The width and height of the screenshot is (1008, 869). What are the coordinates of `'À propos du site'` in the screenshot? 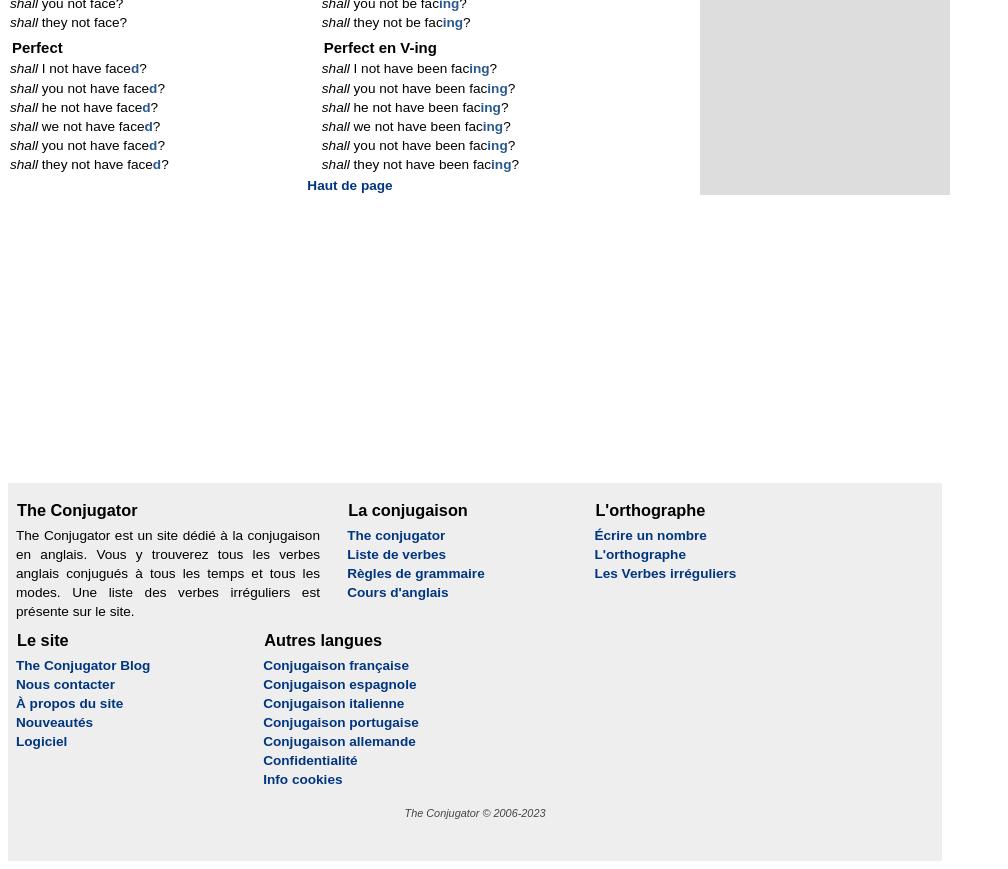 It's located at (69, 702).